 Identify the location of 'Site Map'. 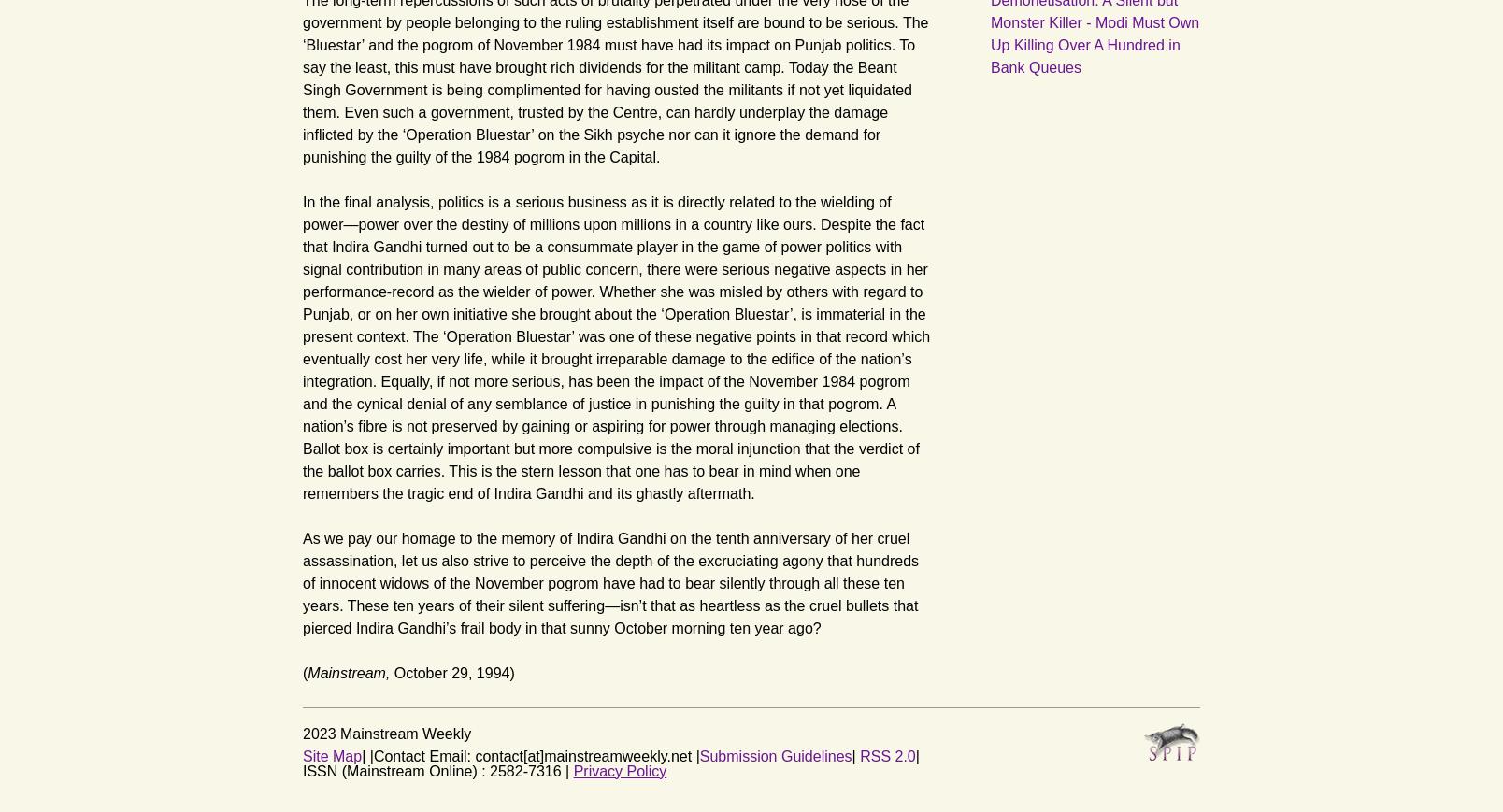
(332, 755).